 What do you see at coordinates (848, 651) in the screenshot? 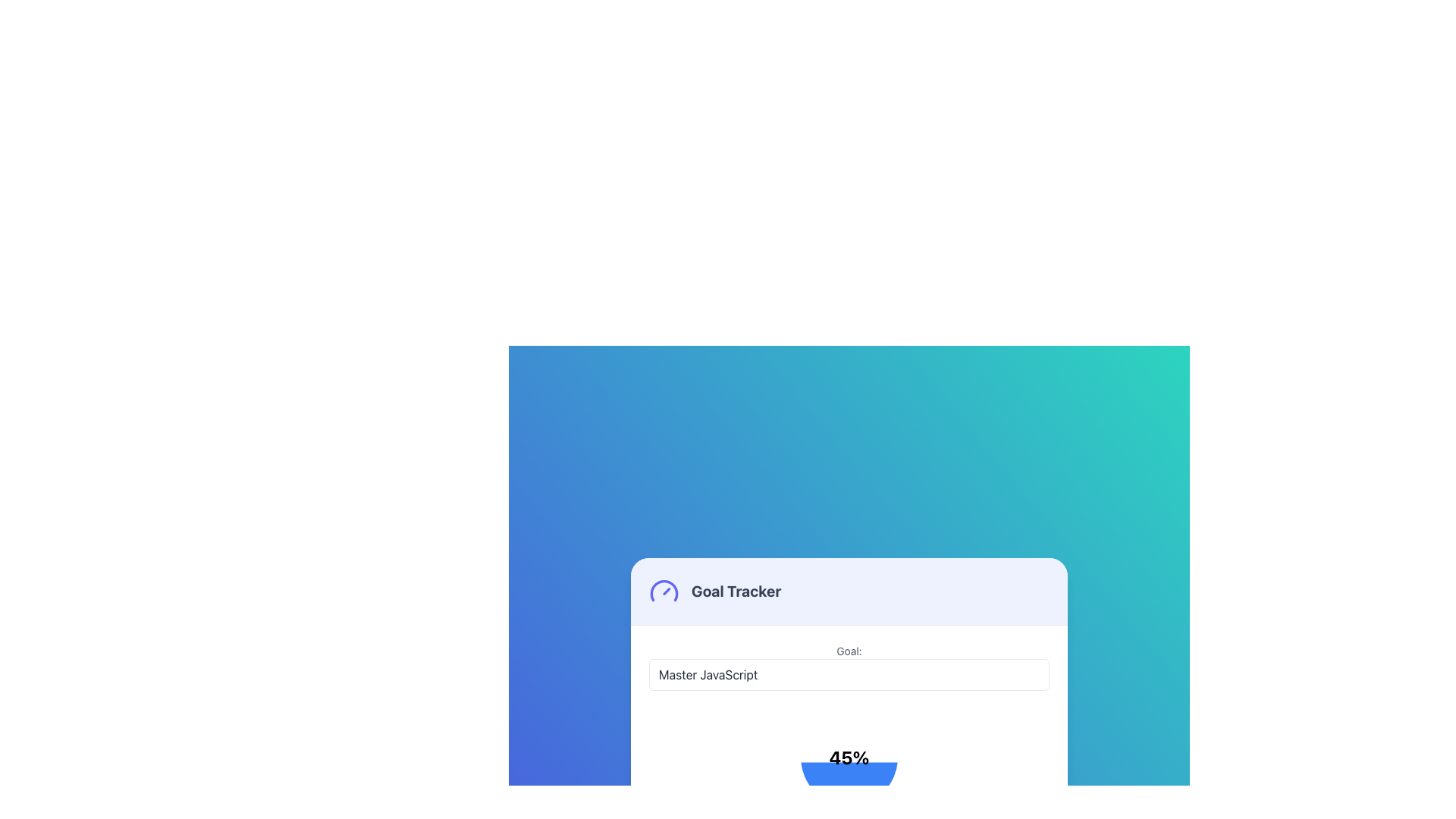
I see `the text label displaying 'Goal:' styled in light gray at the top of its section` at bounding box center [848, 651].